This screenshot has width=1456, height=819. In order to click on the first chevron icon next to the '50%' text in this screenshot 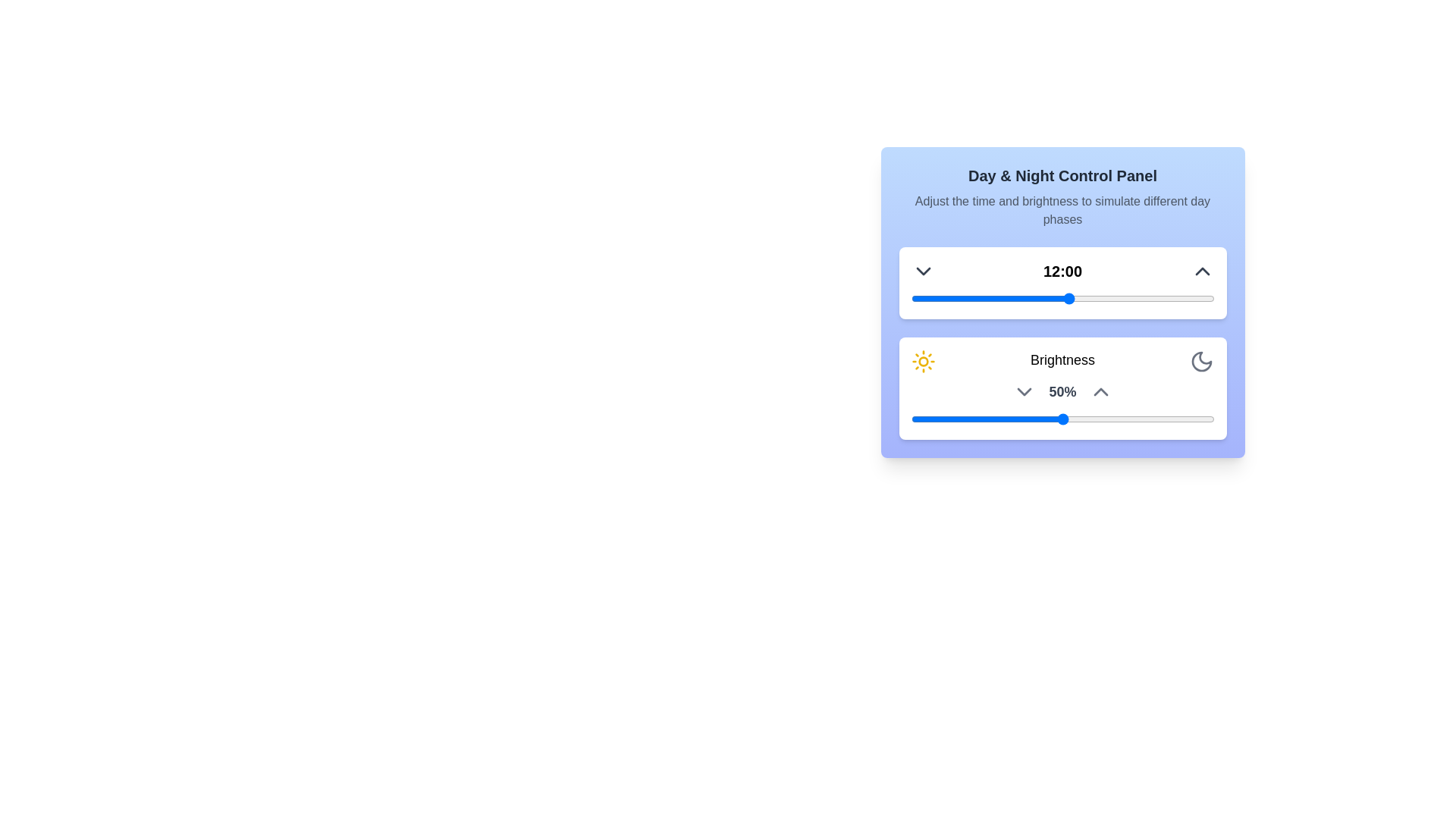, I will do `click(1025, 391)`.